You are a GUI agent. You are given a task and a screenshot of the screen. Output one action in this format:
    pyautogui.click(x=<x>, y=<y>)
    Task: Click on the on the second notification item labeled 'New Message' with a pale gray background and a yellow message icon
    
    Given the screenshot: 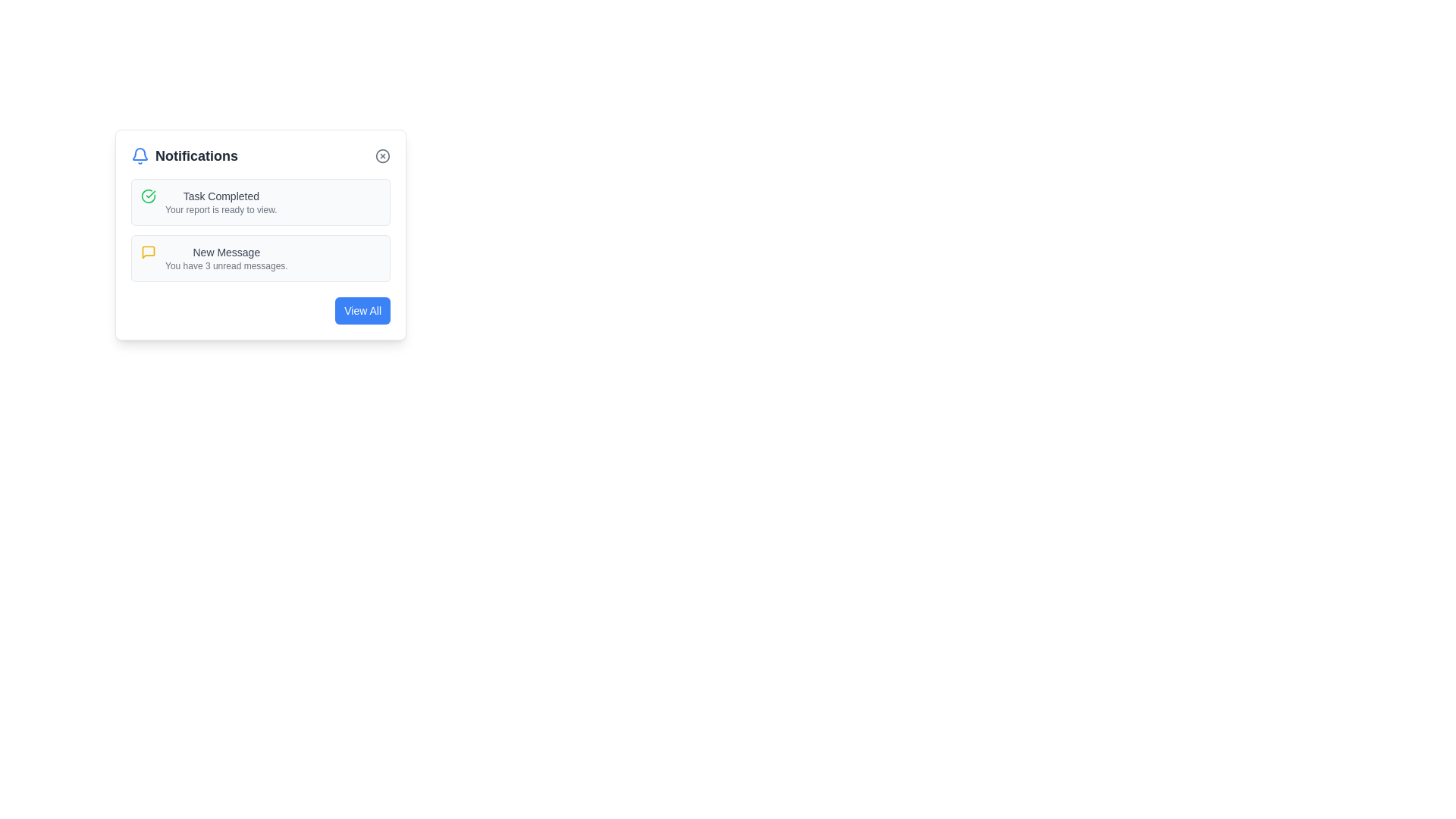 What is the action you would take?
    pyautogui.click(x=261, y=257)
    